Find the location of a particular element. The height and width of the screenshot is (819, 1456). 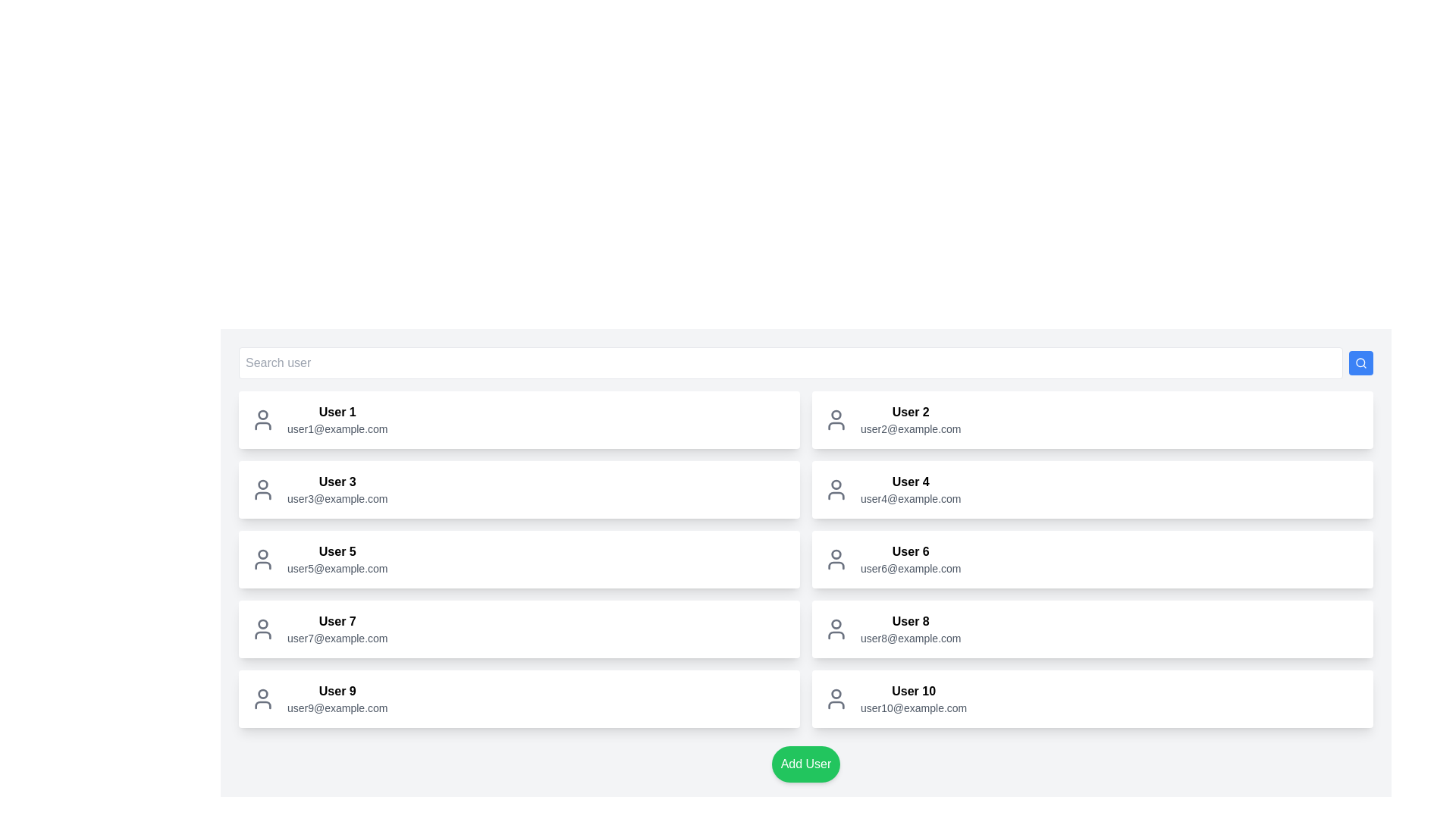

the user card representing a user's profile located in the fourth row of the right column, positioned between 'User 6' and 'User 10' is located at coordinates (1092, 629).